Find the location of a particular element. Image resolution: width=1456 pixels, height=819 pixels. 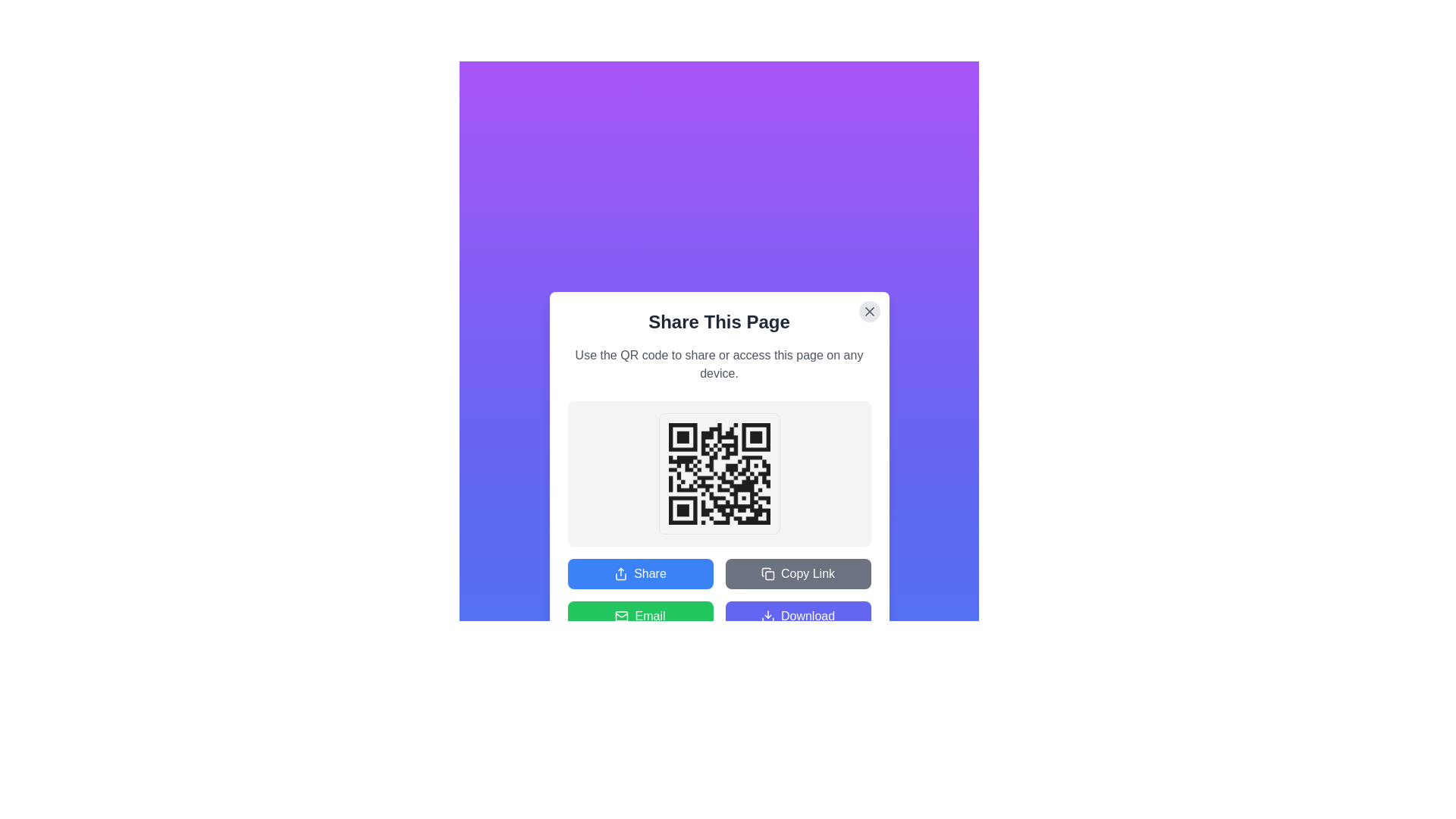

the QR code image embedded in the modal, located below the heading 'Share This Page' and above the 'Share' and 'Copy Link' buttons is located at coordinates (718, 472).